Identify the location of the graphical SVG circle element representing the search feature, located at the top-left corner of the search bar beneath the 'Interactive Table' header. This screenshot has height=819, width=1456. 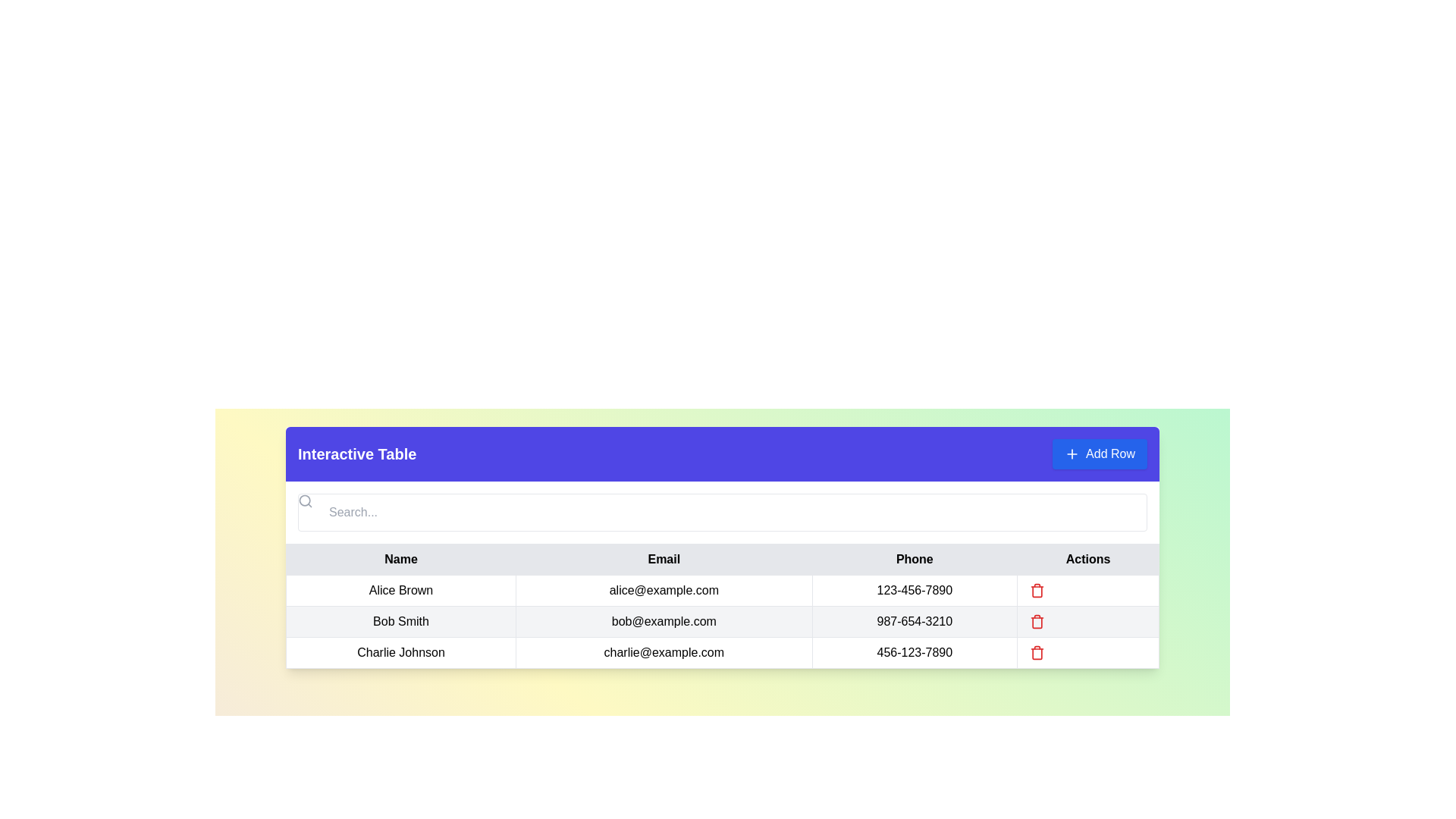
(304, 500).